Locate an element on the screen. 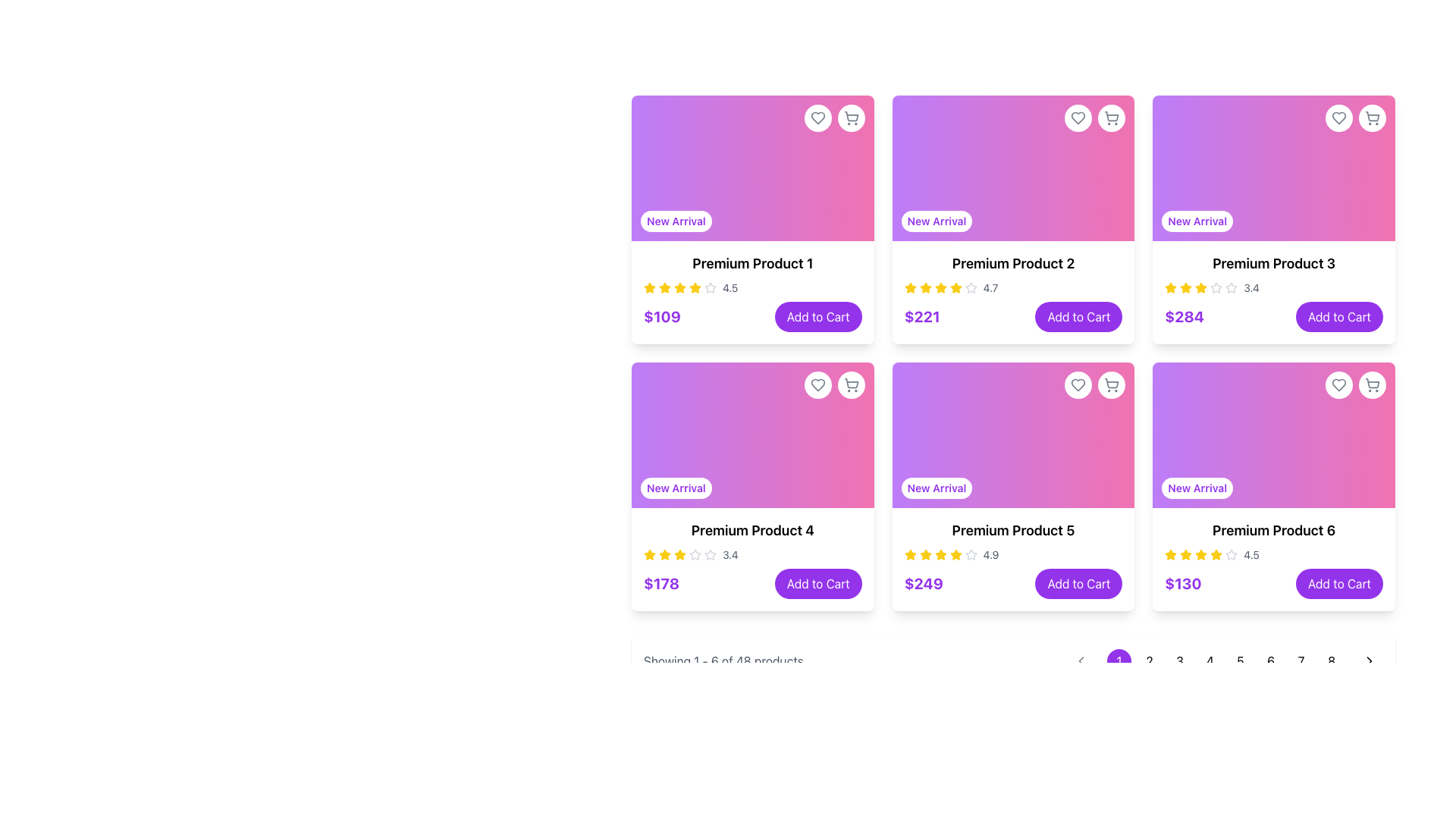 This screenshot has height=819, width=1456. the Text display element that shows the price of the product, located in the second row and second column of the product card grid, beneath the product's title and rating section is located at coordinates (923, 583).